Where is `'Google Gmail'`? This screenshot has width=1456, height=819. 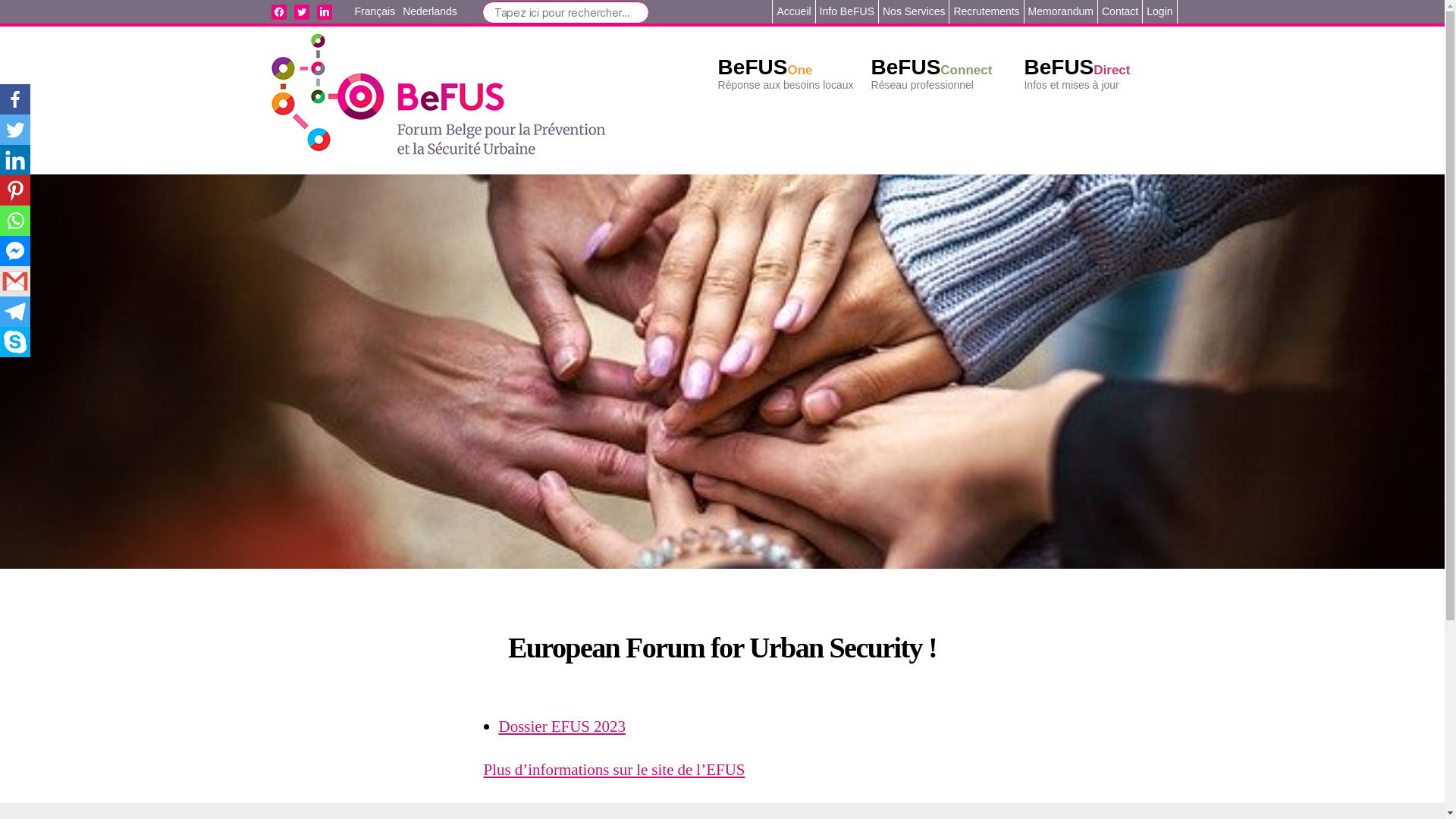
'Google Gmail' is located at coordinates (14, 281).